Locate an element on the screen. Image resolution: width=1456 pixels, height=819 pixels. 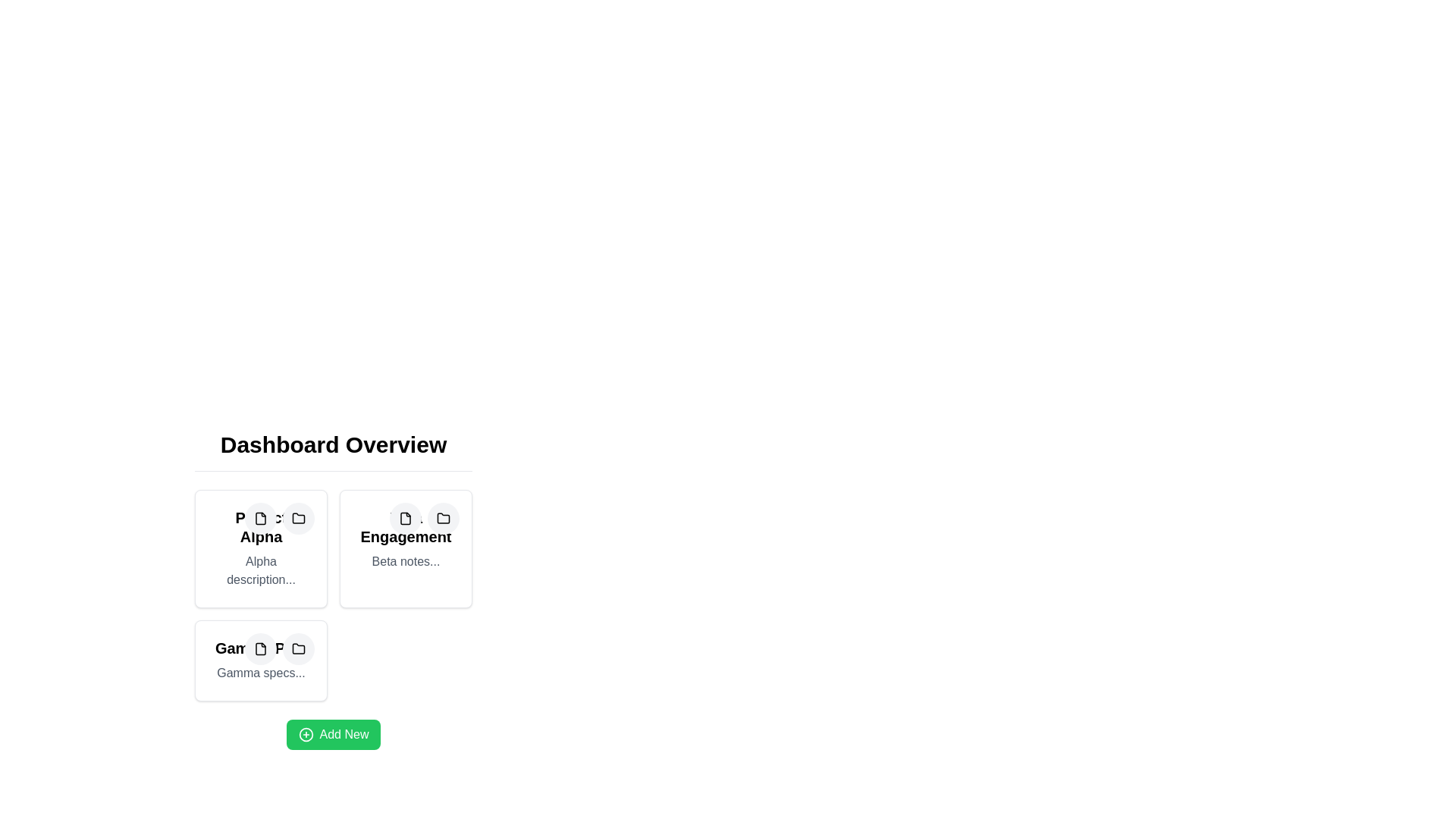
the small folder icon, which is the rightmost icon in the toolbar section of the third card in the bottom row of a 2x2 card grid layout is located at coordinates (298, 648).